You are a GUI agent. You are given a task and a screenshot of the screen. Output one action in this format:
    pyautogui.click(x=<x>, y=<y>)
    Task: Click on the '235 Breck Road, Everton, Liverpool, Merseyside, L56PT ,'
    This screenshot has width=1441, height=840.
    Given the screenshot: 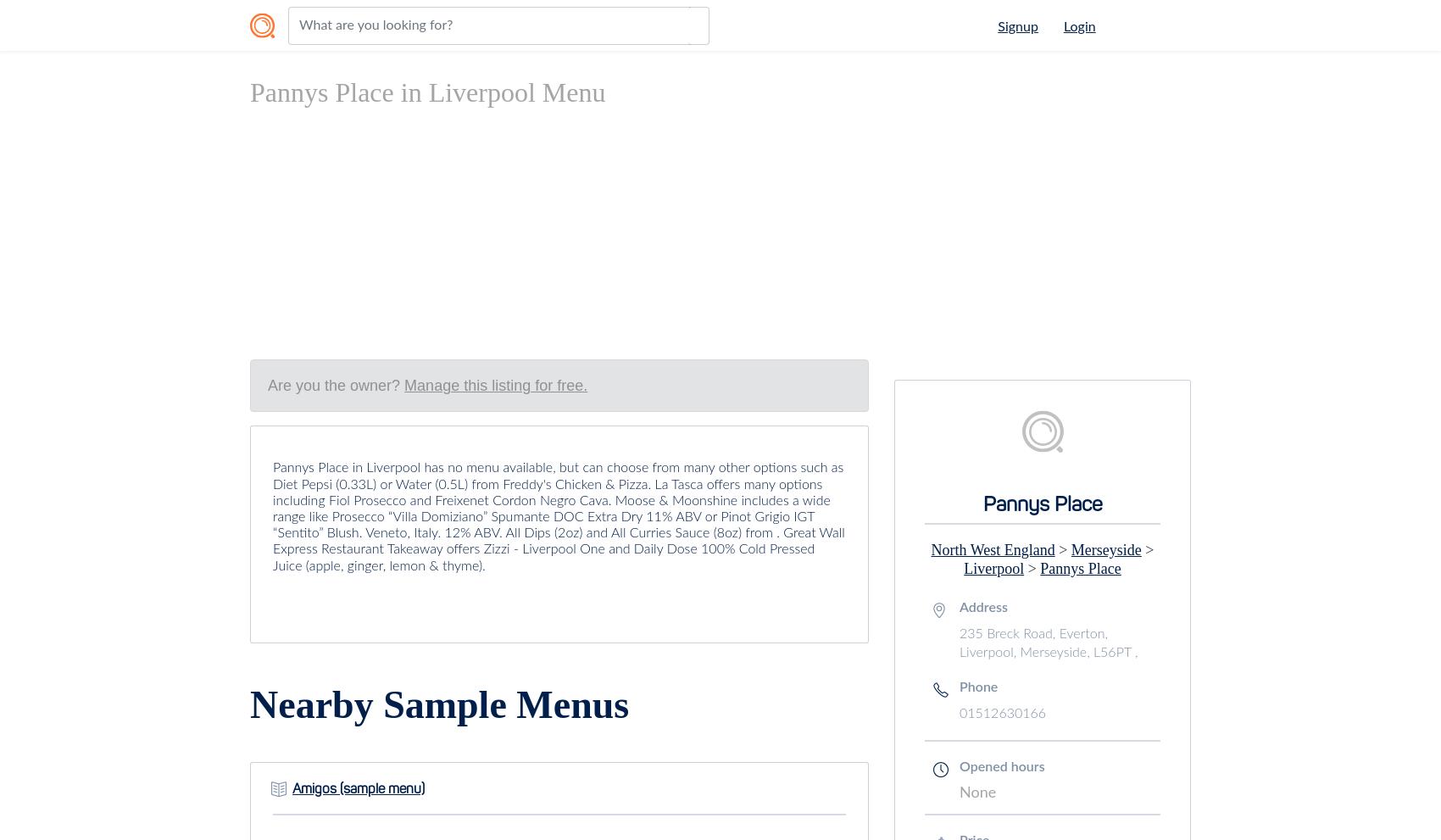 What is the action you would take?
    pyautogui.click(x=1047, y=642)
    